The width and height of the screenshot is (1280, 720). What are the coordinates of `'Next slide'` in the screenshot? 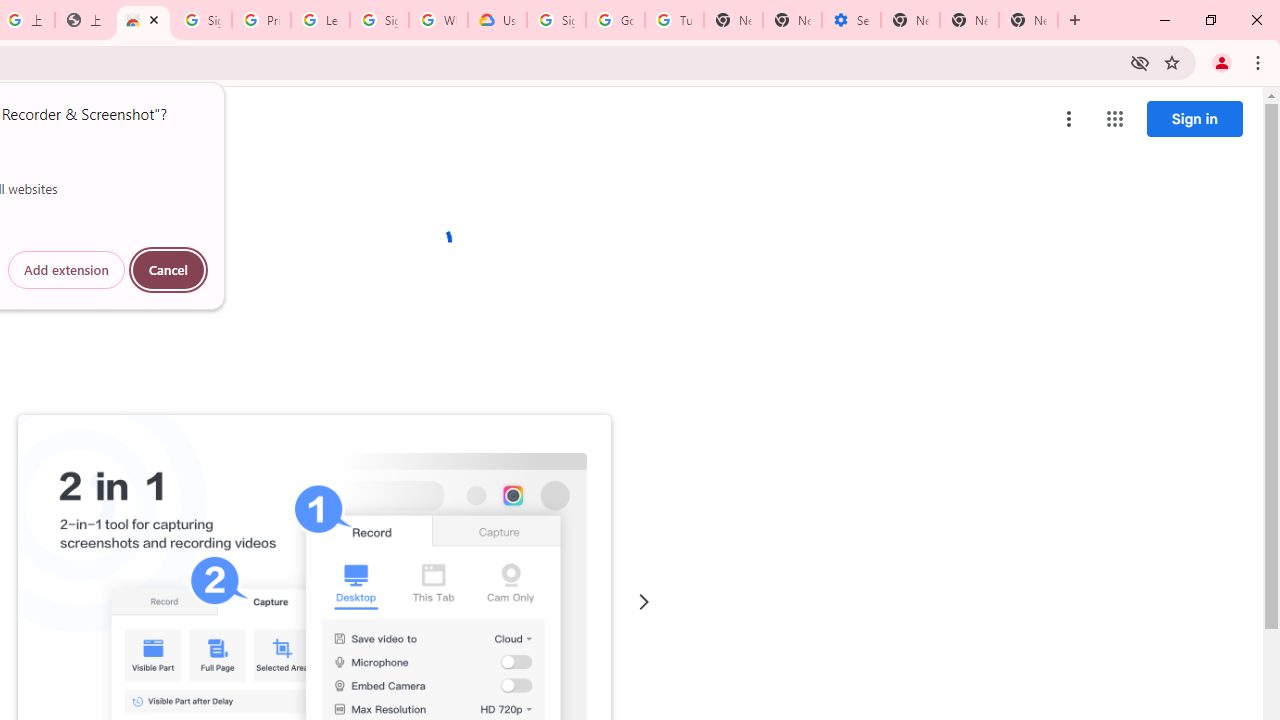 It's located at (643, 601).